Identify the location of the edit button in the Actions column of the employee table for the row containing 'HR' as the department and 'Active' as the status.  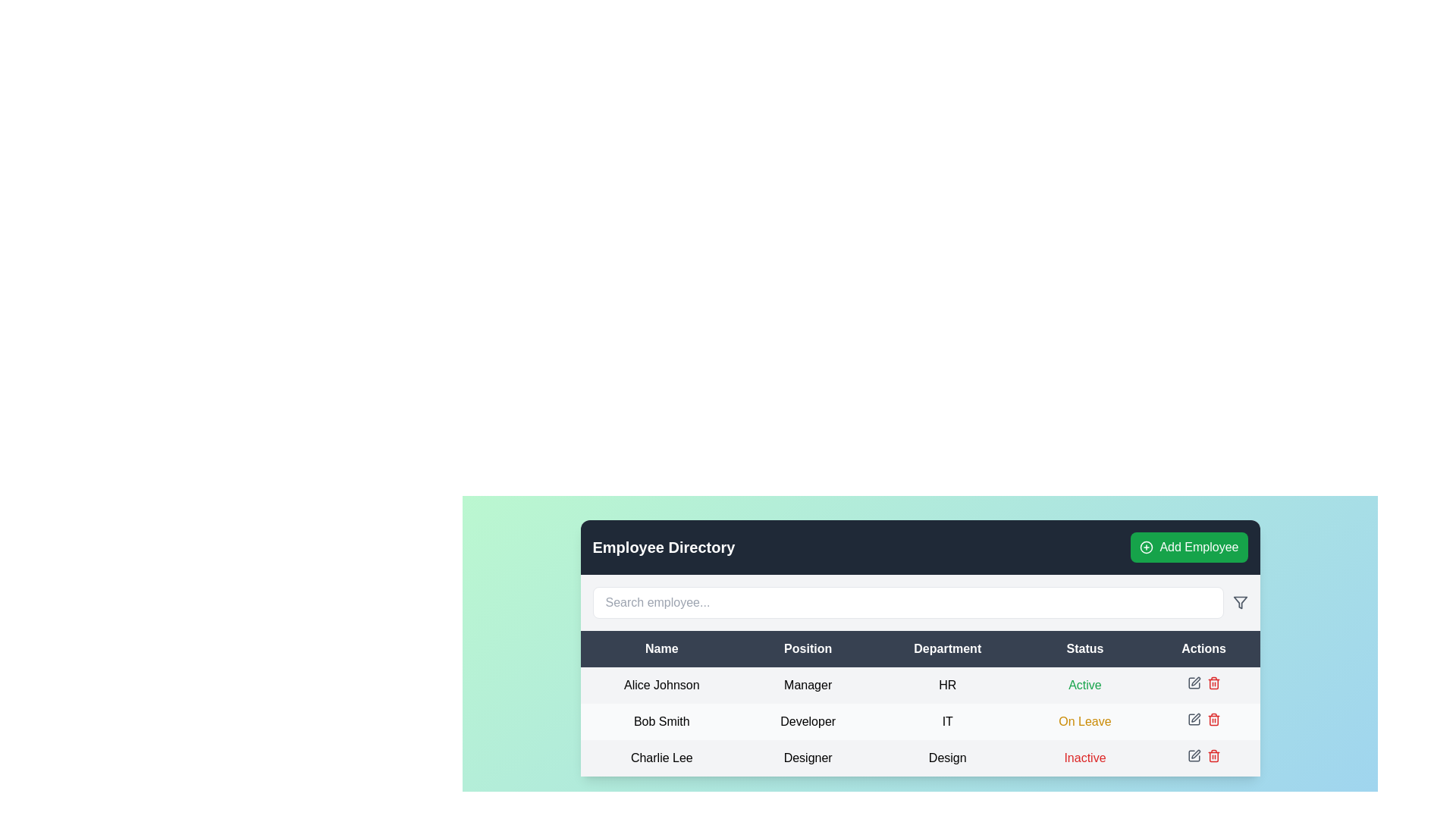
(1194, 680).